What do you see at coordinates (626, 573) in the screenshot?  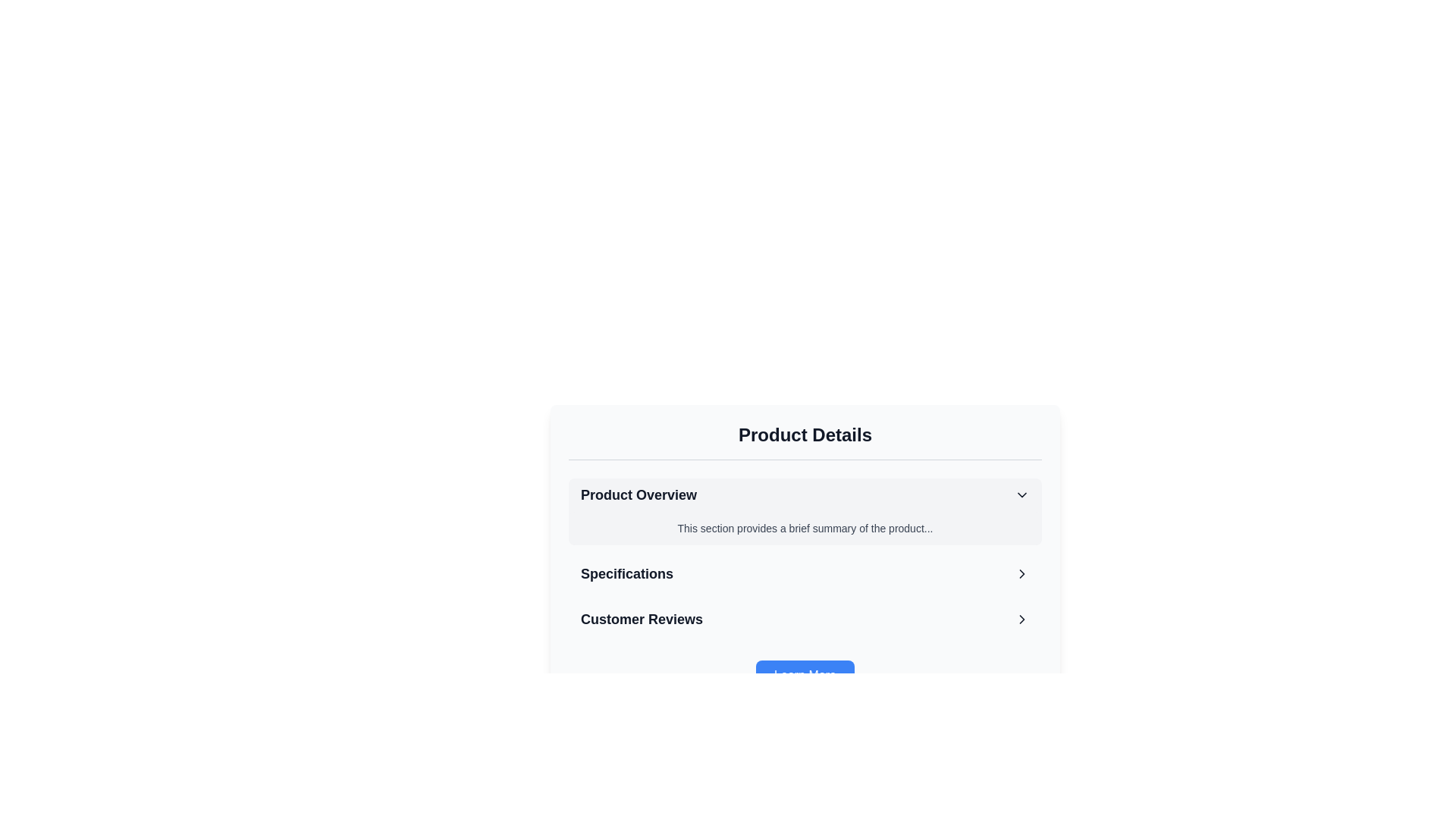 I see `text label that serves as the section title for 'Specifications', positioned below 'Product Overview' and above 'Customer Reviews'` at bounding box center [626, 573].